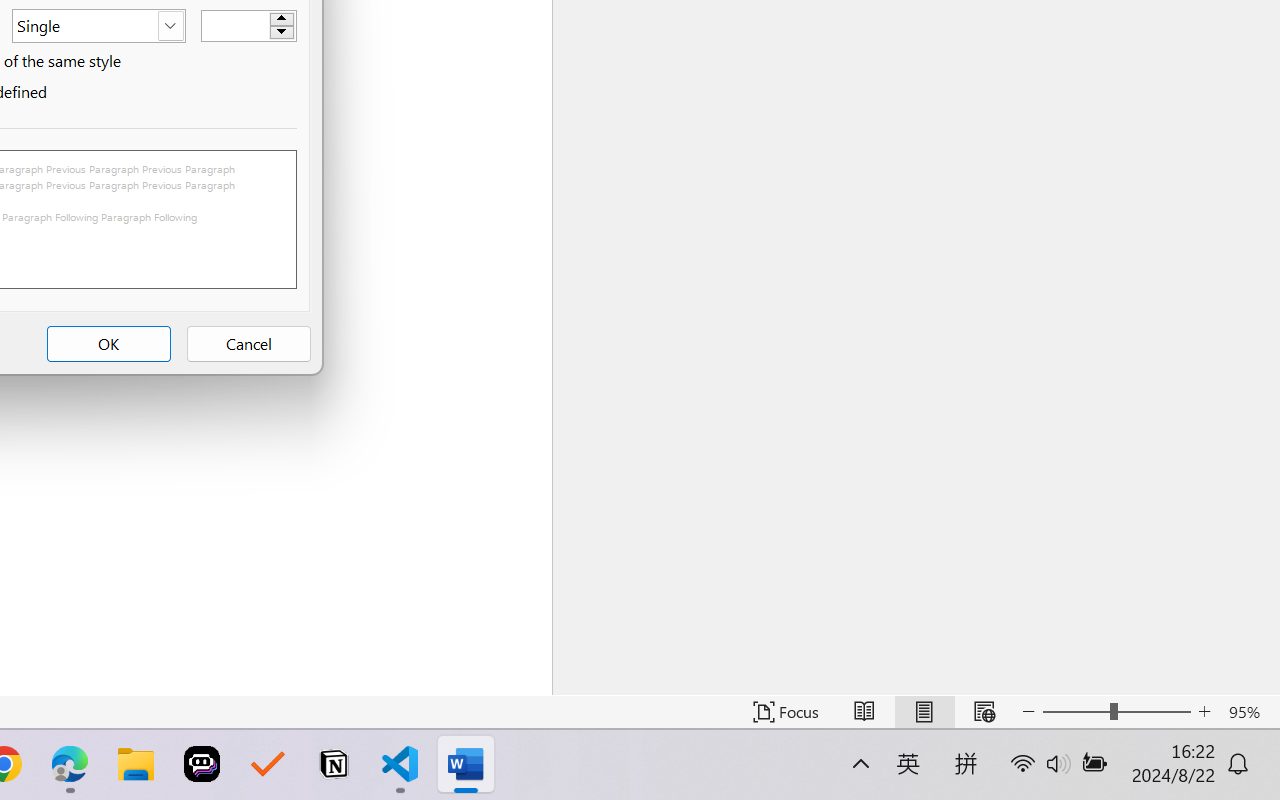 Image resolution: width=1280 pixels, height=800 pixels. I want to click on 'OK', so click(107, 344).